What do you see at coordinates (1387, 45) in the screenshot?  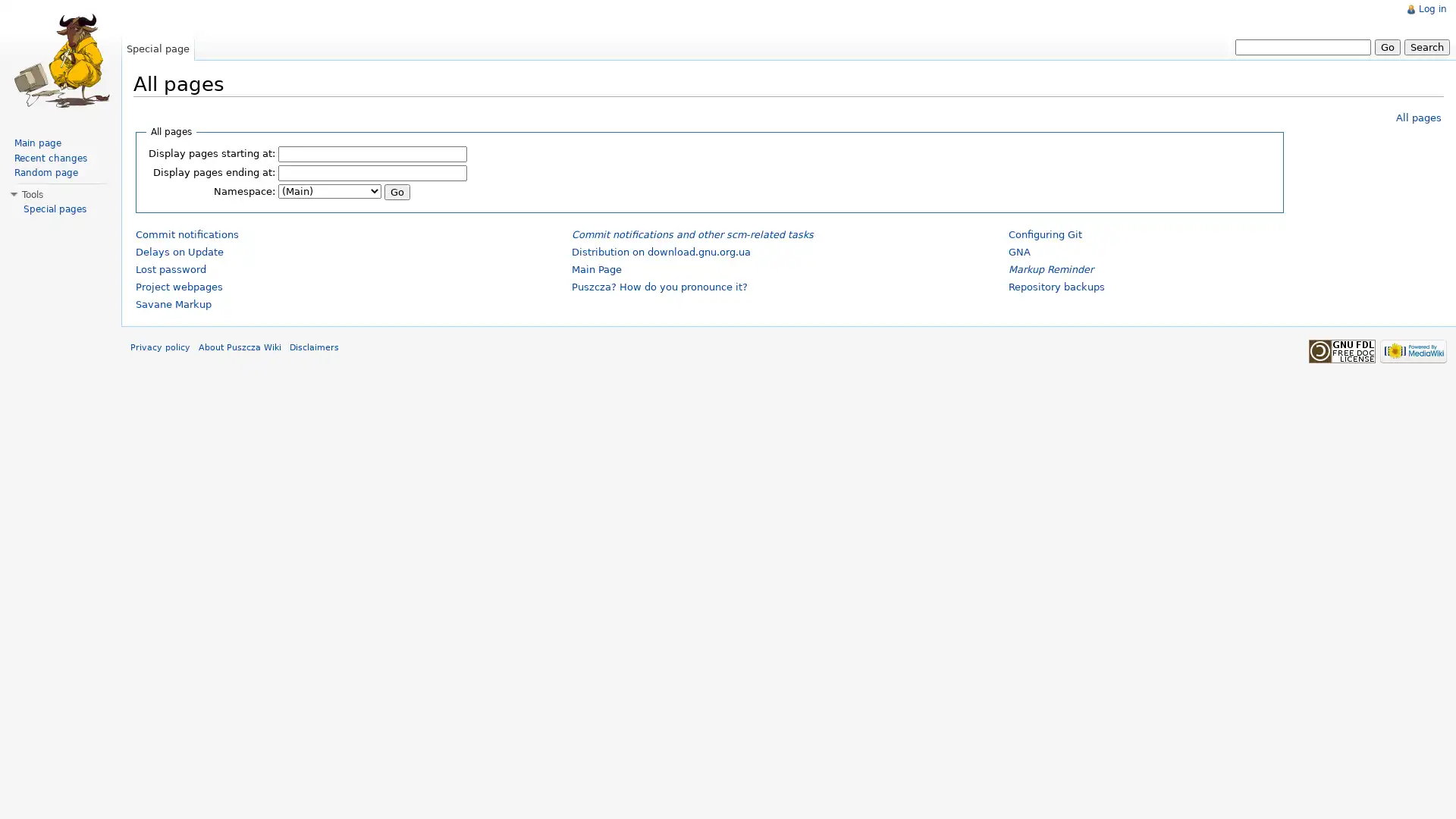 I see `Go` at bounding box center [1387, 45].